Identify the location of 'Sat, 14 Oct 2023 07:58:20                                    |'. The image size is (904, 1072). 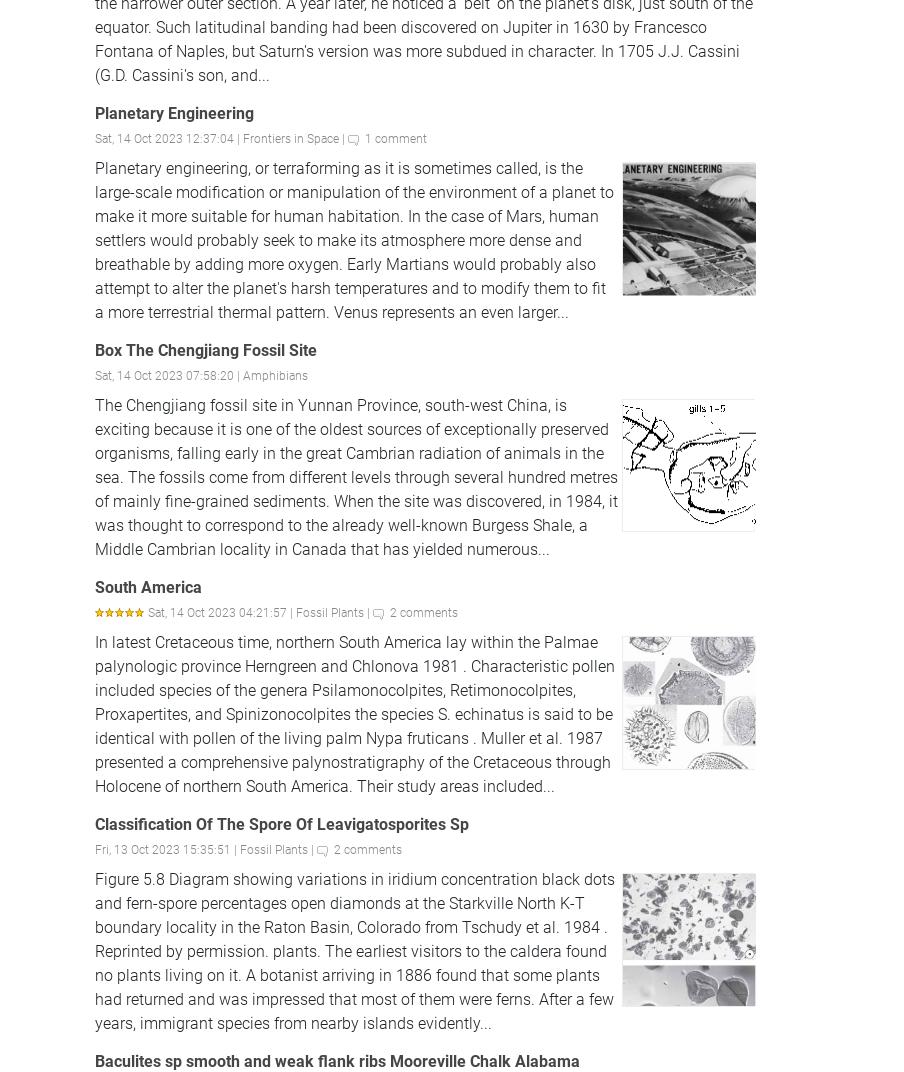
(167, 374).